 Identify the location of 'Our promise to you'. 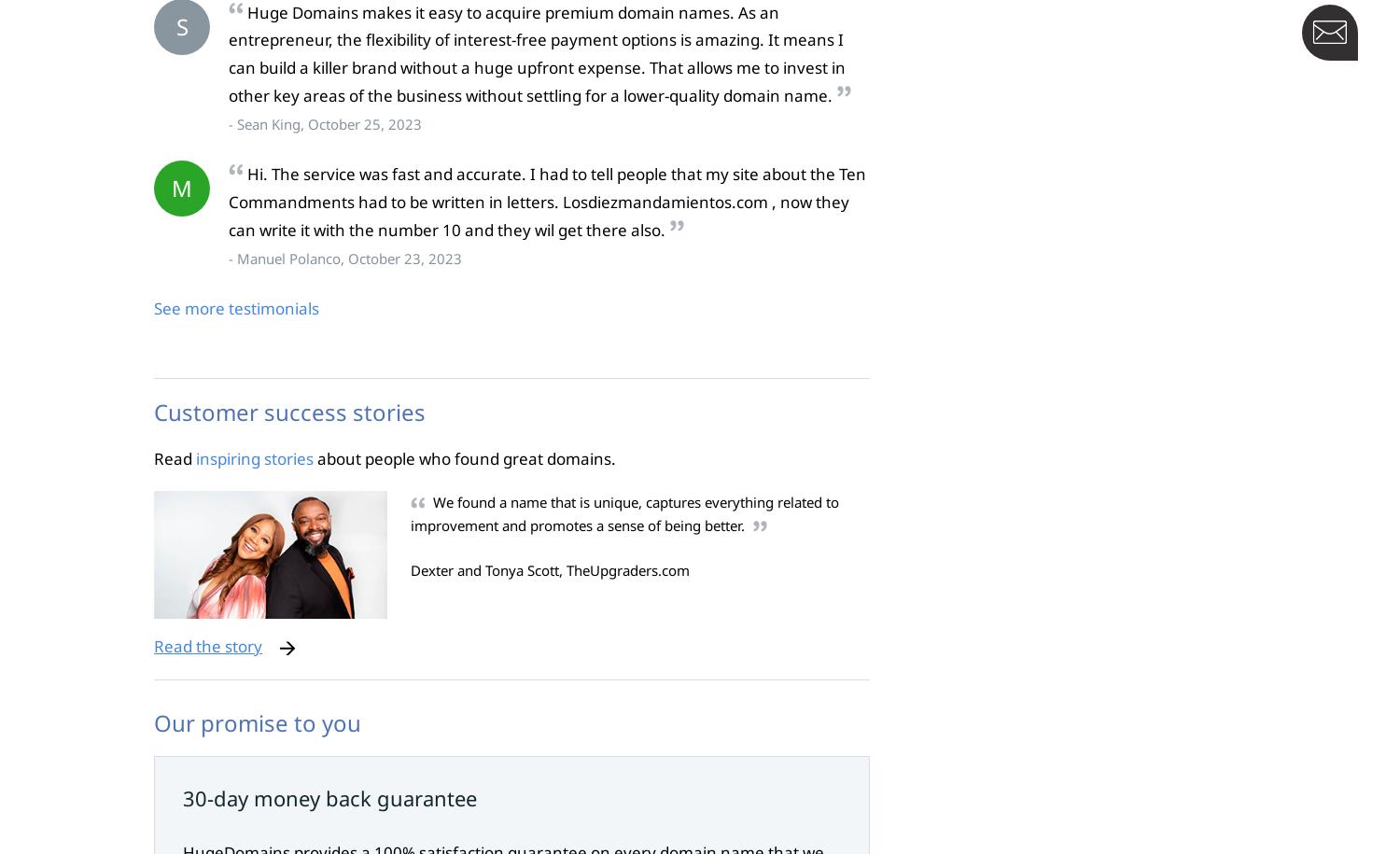
(258, 721).